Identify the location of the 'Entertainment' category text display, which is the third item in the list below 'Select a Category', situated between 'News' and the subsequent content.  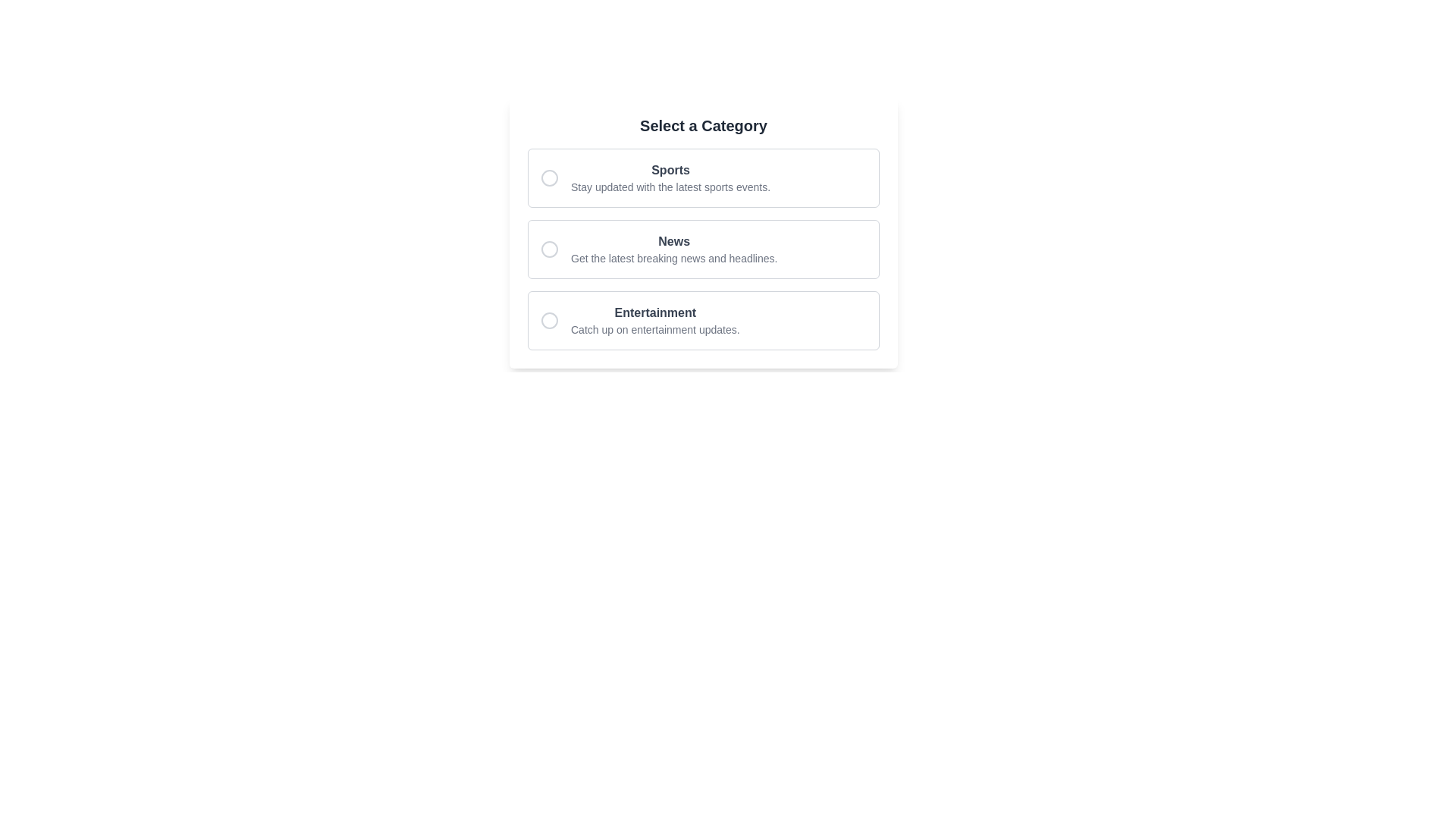
(655, 320).